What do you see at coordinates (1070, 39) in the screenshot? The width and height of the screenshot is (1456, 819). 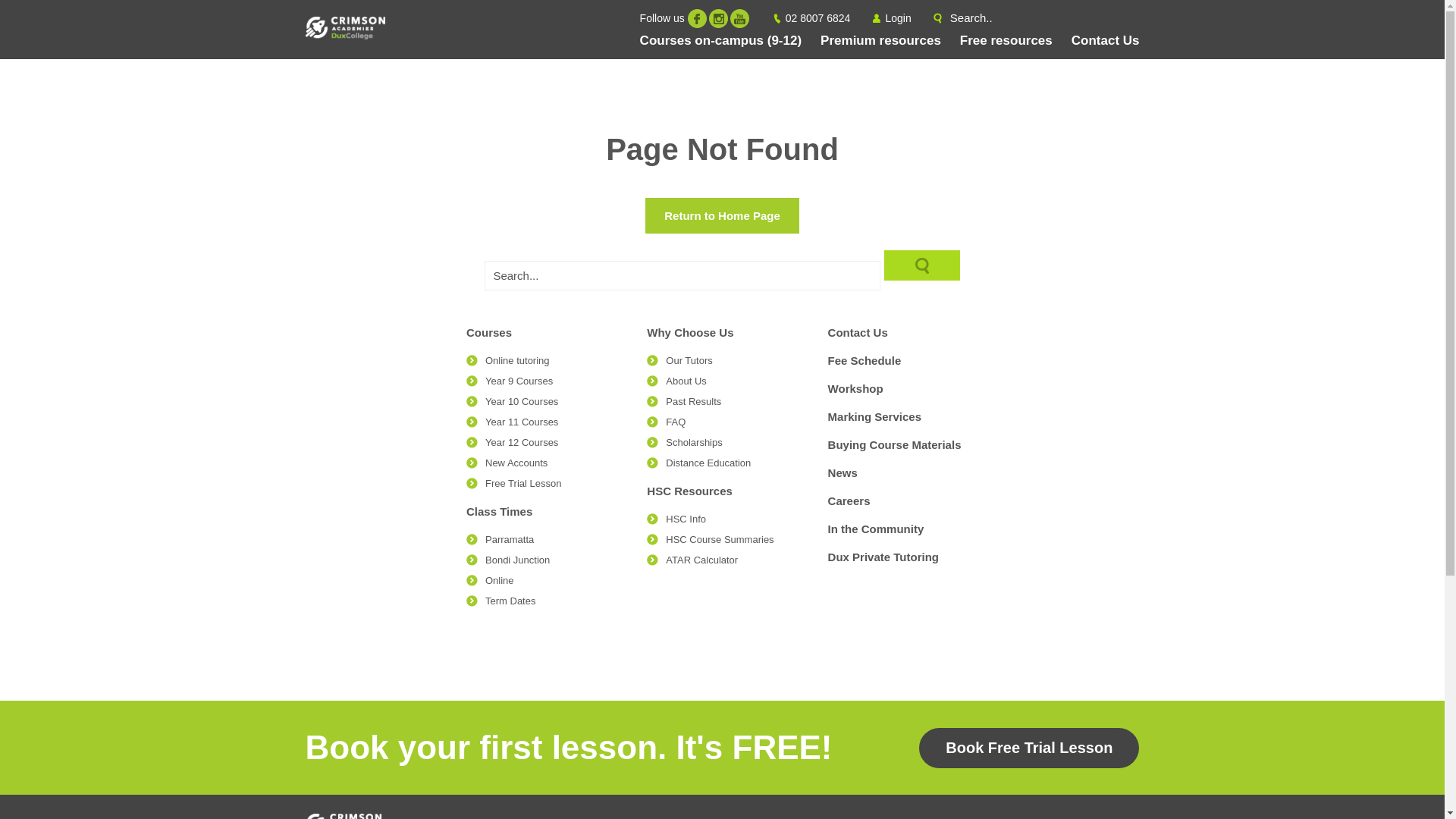 I see `'Contact Us'` at bounding box center [1070, 39].